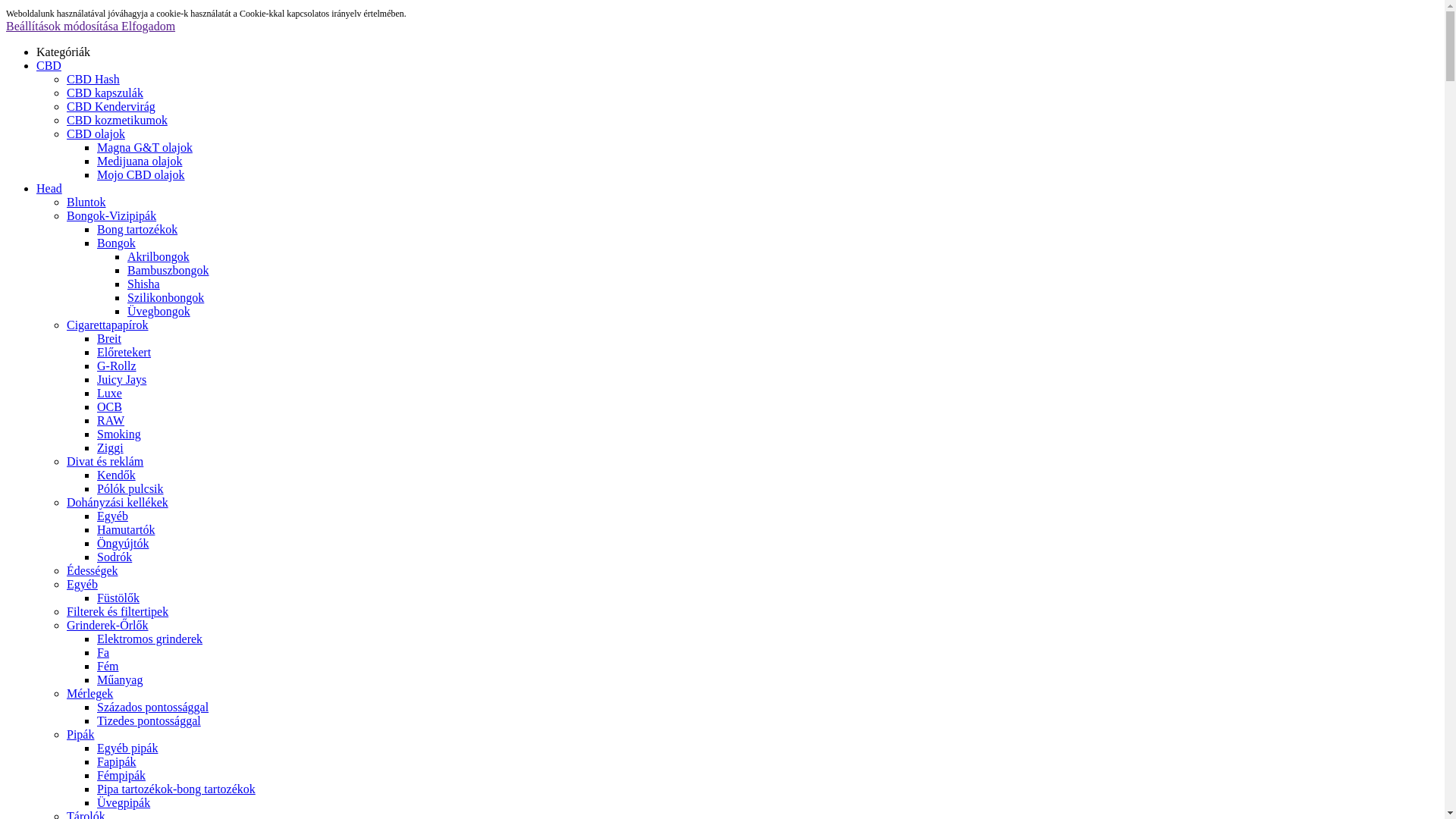 The height and width of the screenshot is (819, 1456). What do you see at coordinates (165, 297) in the screenshot?
I see `'Szilikonbongok'` at bounding box center [165, 297].